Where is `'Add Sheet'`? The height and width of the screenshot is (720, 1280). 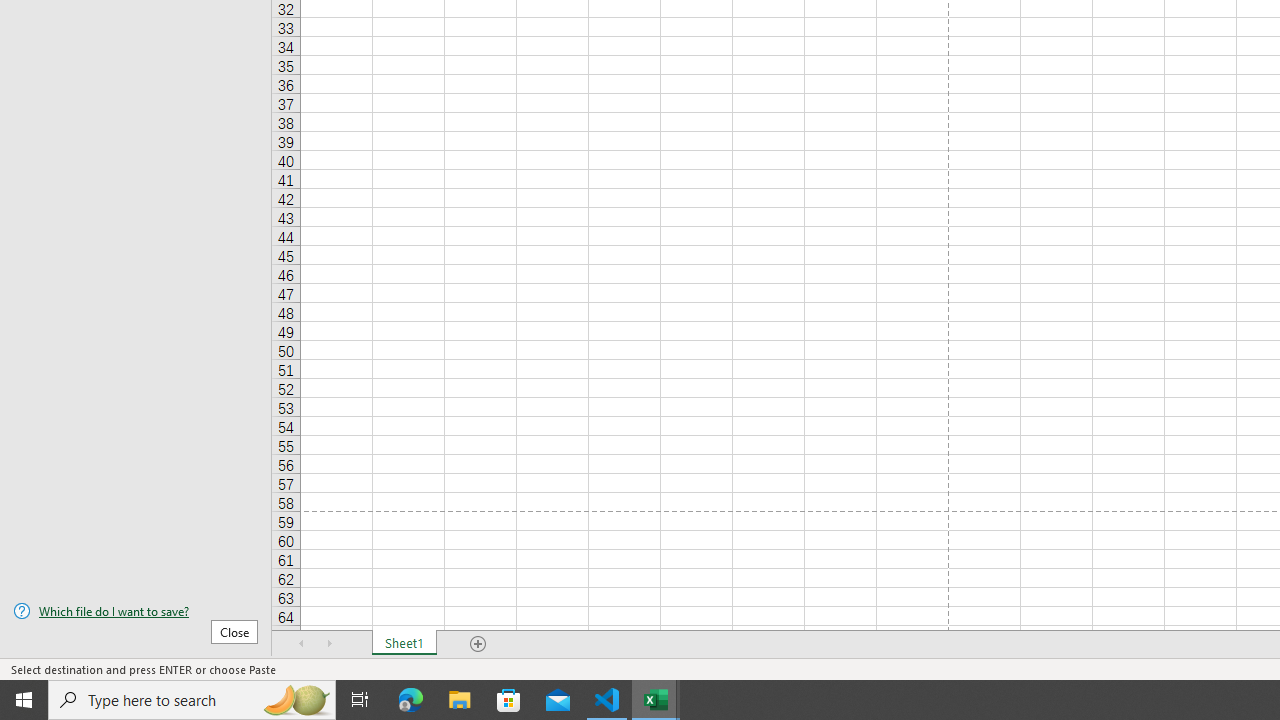 'Add Sheet' is located at coordinates (477, 644).